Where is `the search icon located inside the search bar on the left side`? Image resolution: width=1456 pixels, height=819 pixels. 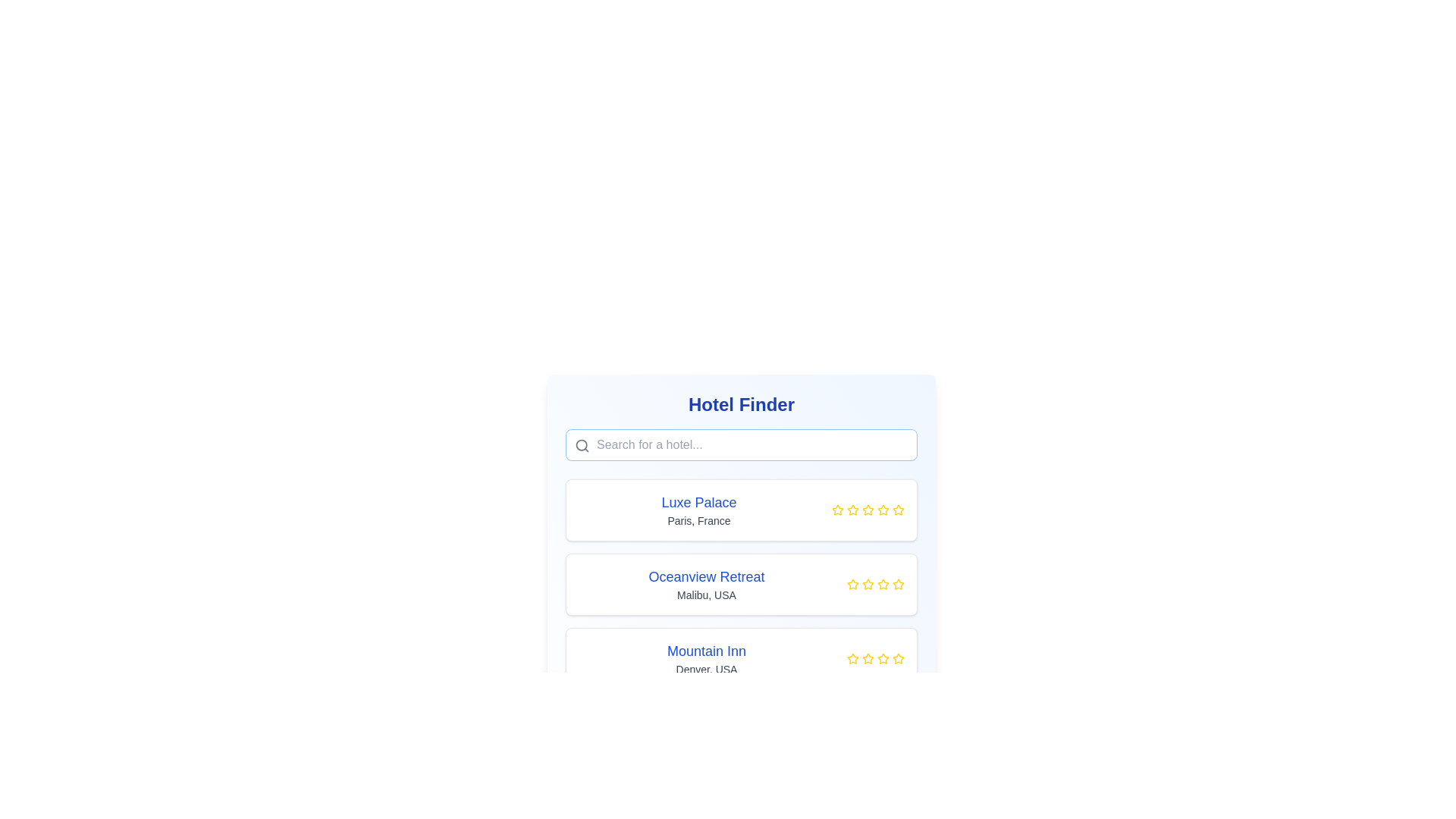 the search icon located inside the search bar on the left side is located at coordinates (582, 444).